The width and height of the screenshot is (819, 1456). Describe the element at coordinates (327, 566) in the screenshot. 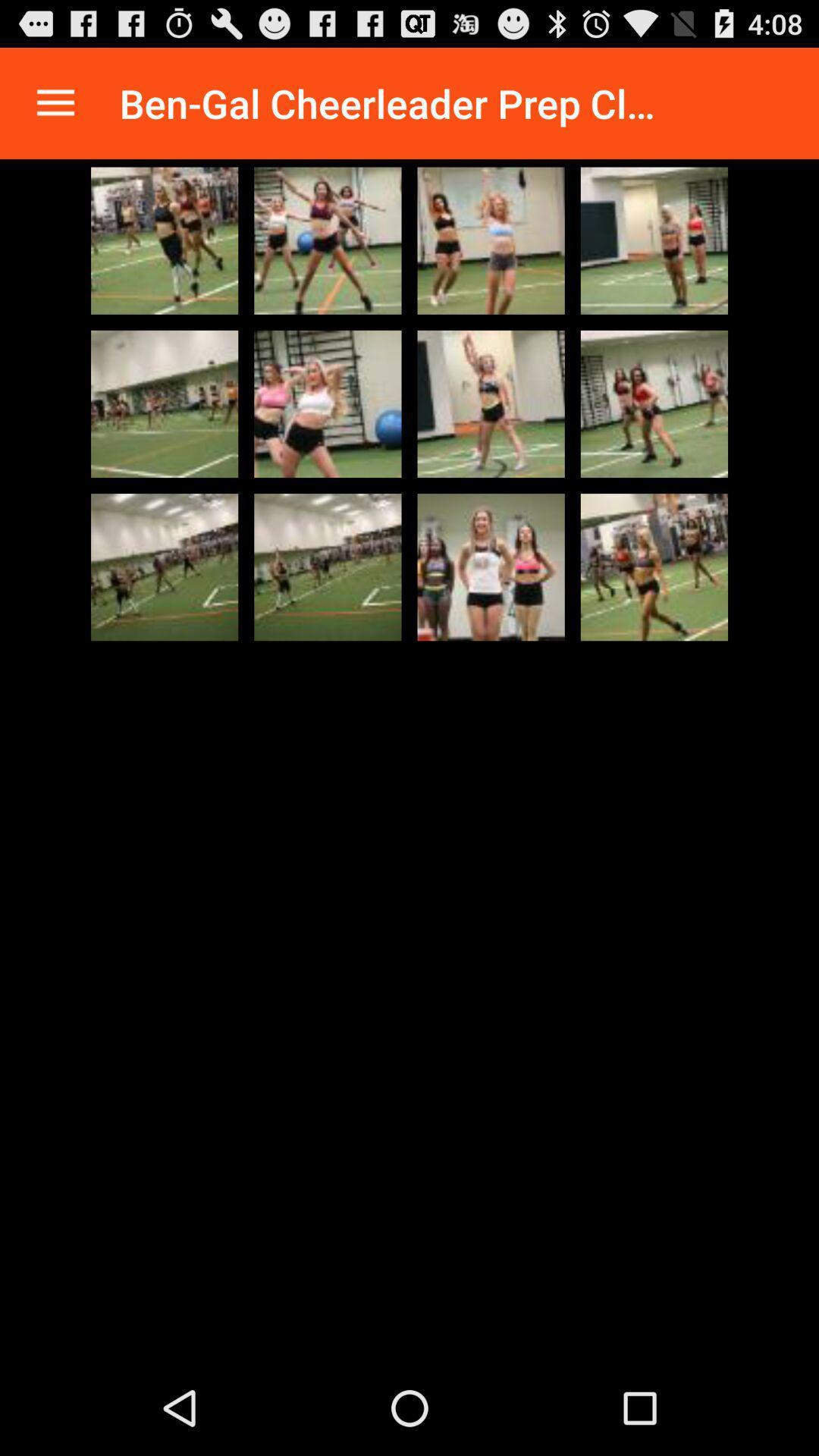

I see `photo` at that location.